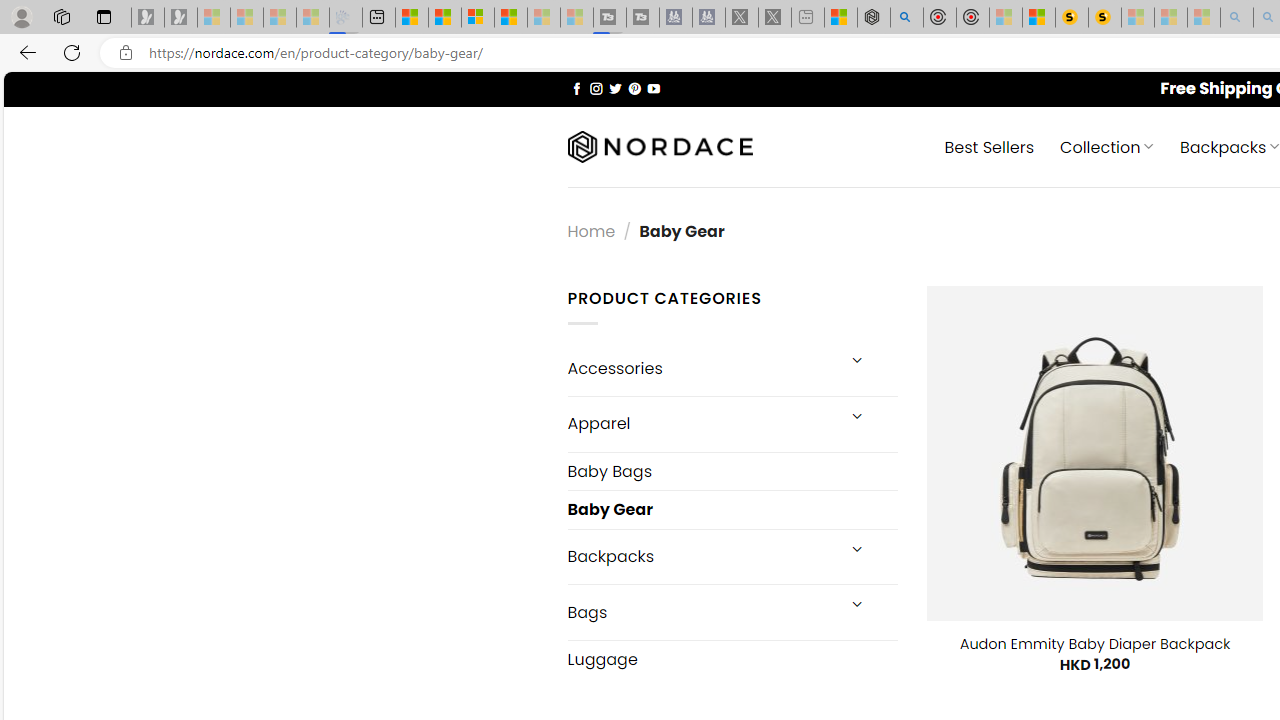 The height and width of the screenshot is (720, 1280). I want to click on 'poe - Search', so click(905, 17).